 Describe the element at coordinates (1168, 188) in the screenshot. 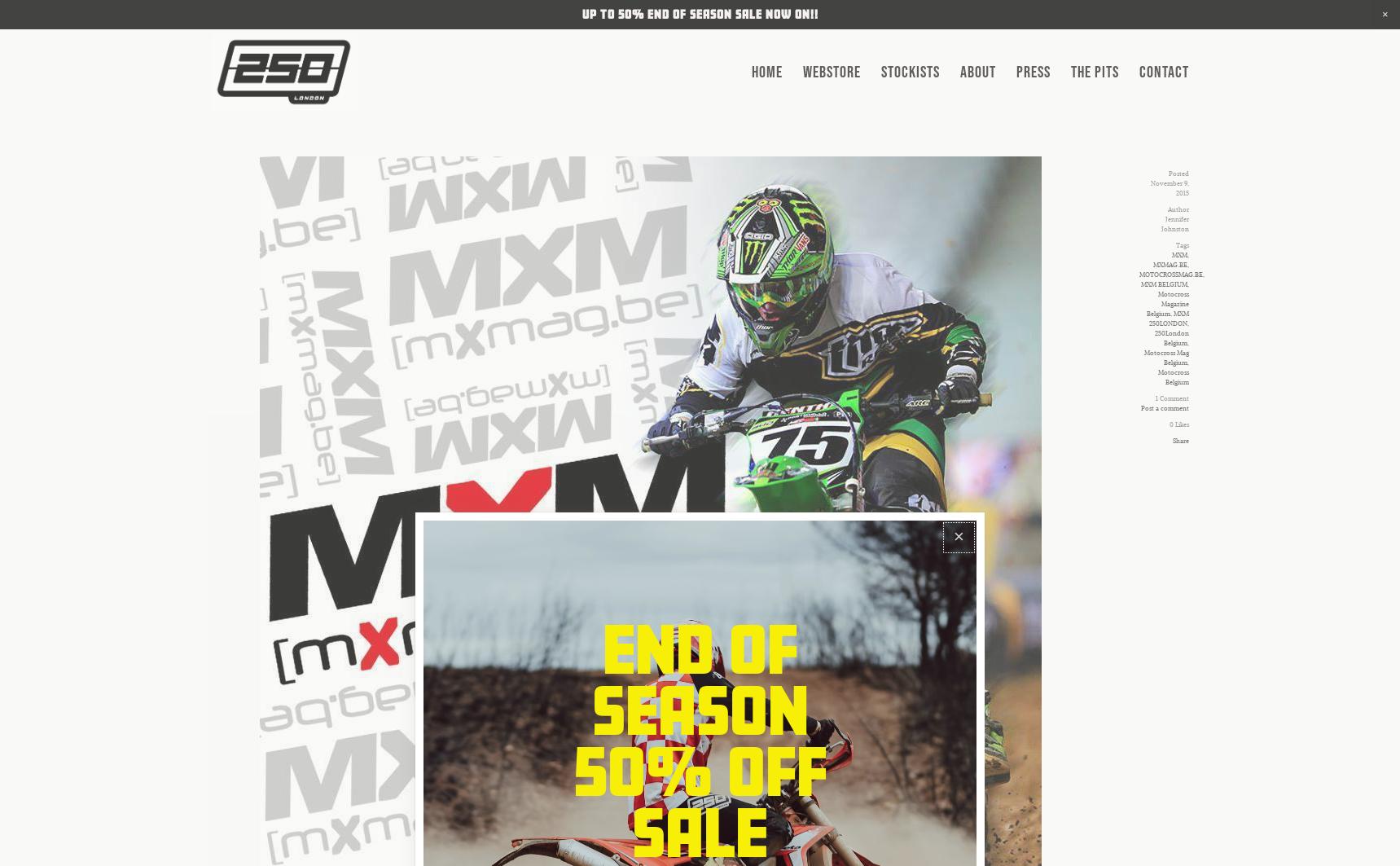

I see `'November  9, 2015'` at that location.